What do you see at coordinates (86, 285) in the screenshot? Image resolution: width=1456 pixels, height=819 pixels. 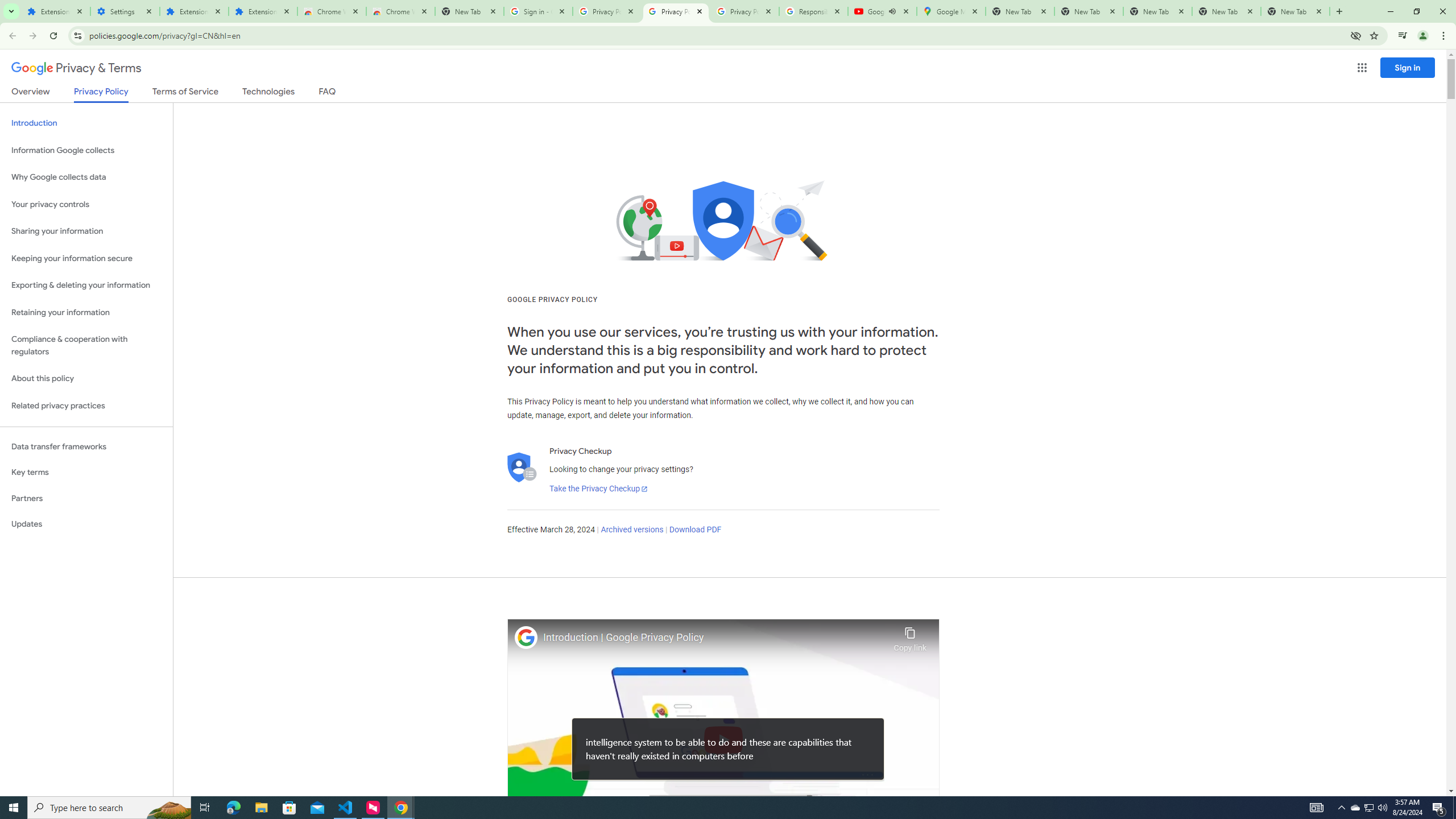 I see `'Exporting & deleting your information'` at bounding box center [86, 285].